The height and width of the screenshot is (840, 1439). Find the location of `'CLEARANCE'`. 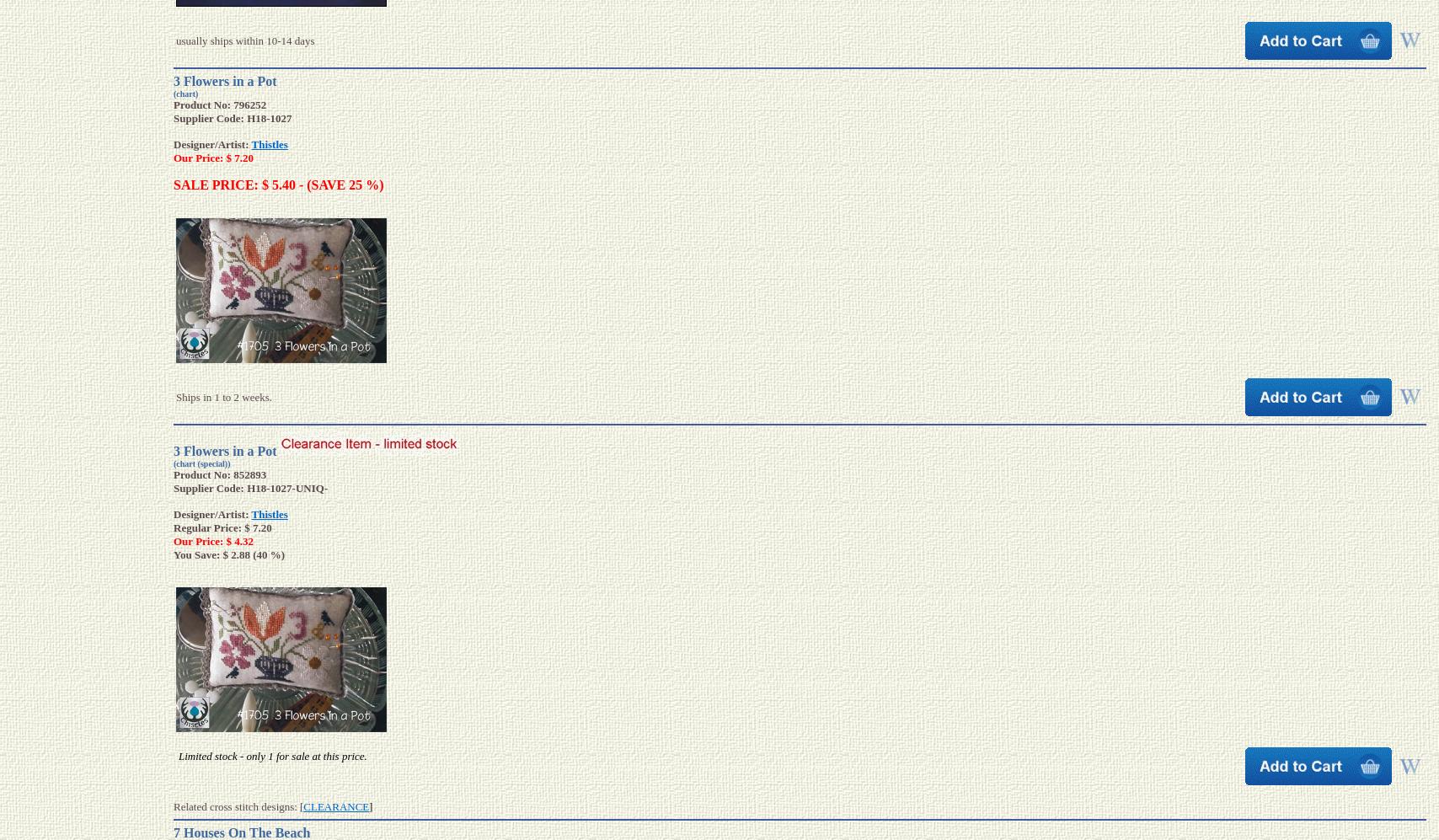

'CLEARANCE' is located at coordinates (335, 805).